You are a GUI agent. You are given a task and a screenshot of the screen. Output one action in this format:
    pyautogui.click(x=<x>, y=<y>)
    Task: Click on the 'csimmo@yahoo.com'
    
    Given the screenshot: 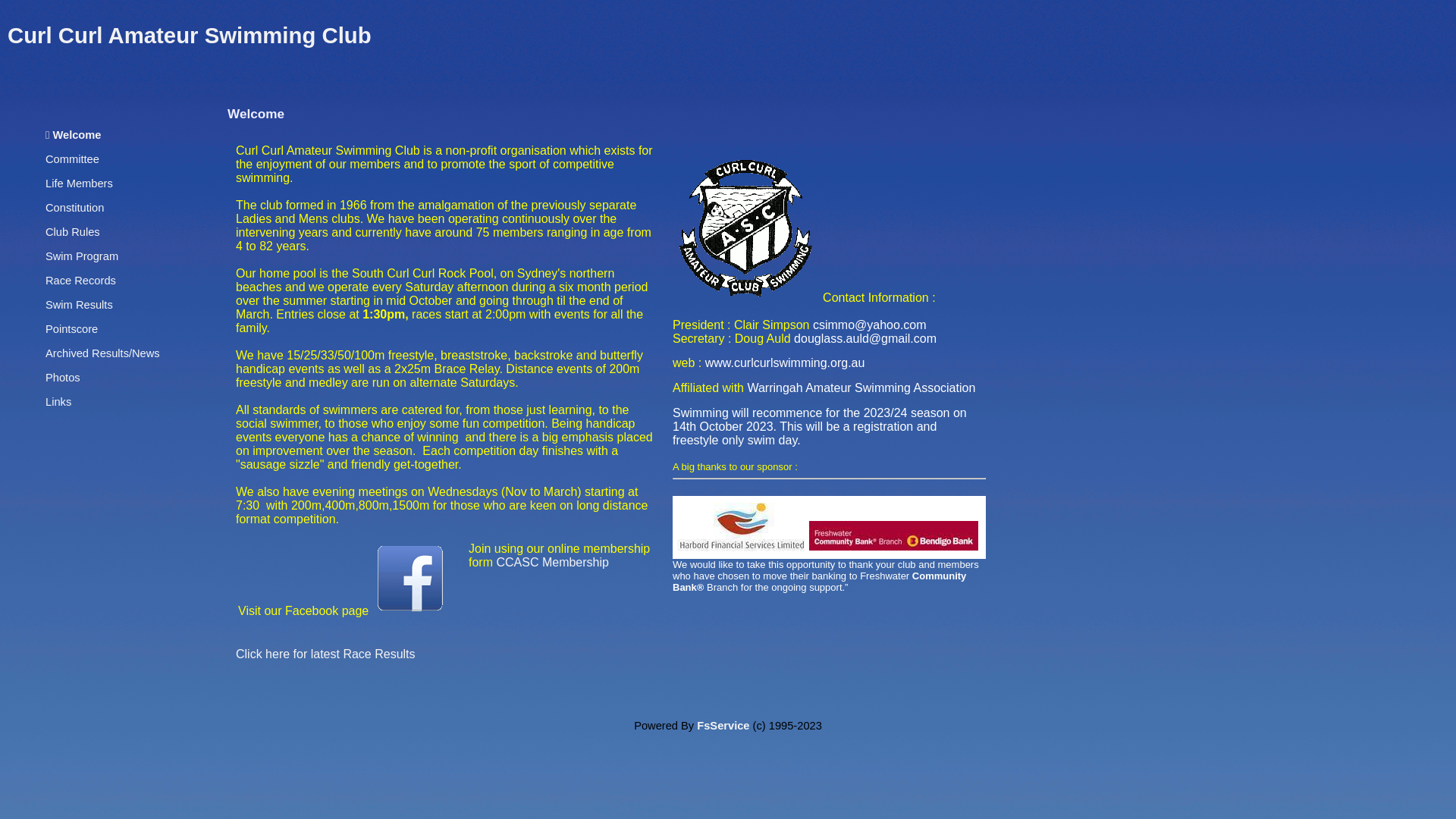 What is the action you would take?
    pyautogui.click(x=870, y=324)
    